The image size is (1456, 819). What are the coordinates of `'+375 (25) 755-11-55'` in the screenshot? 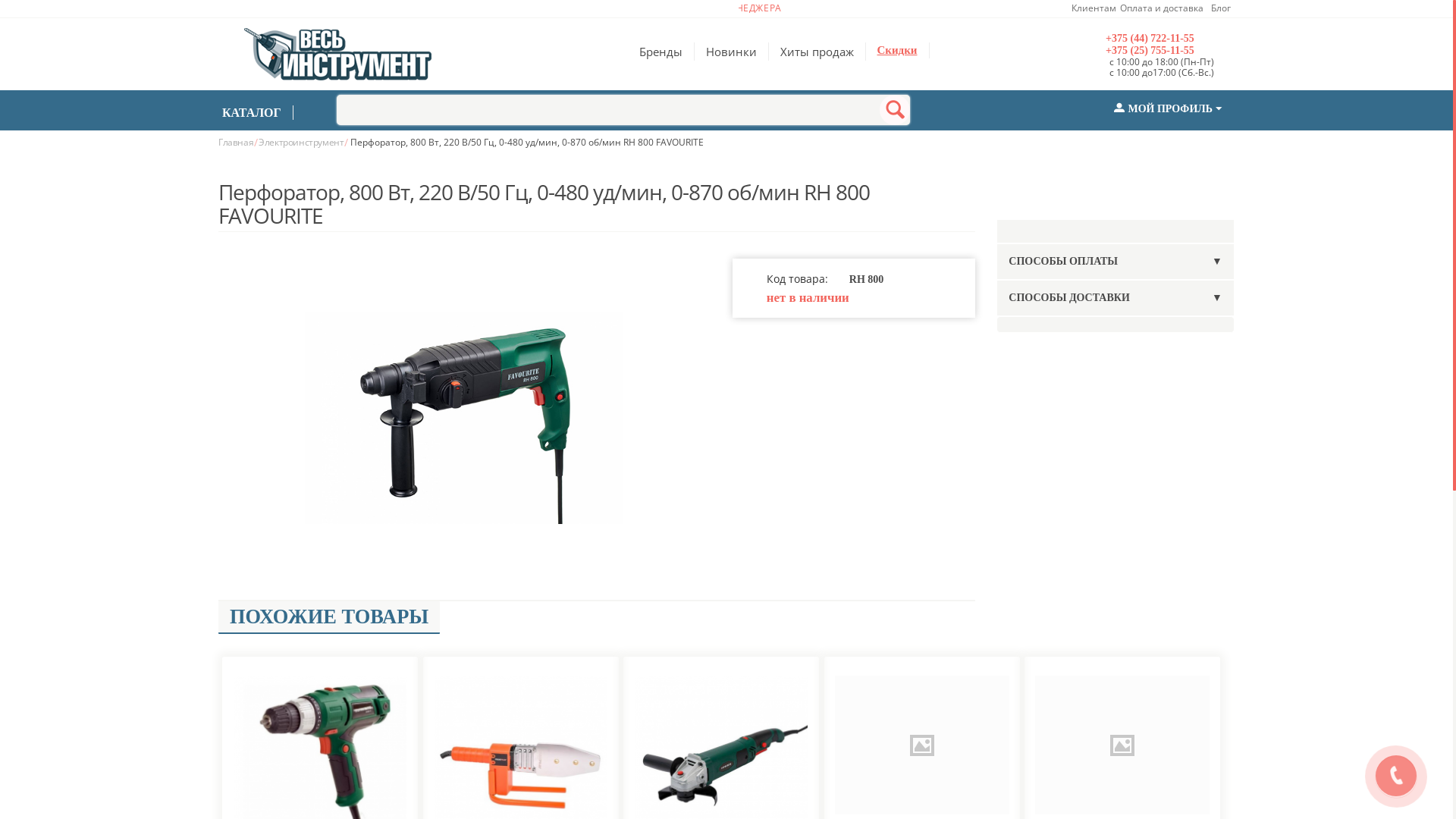 It's located at (1169, 49).